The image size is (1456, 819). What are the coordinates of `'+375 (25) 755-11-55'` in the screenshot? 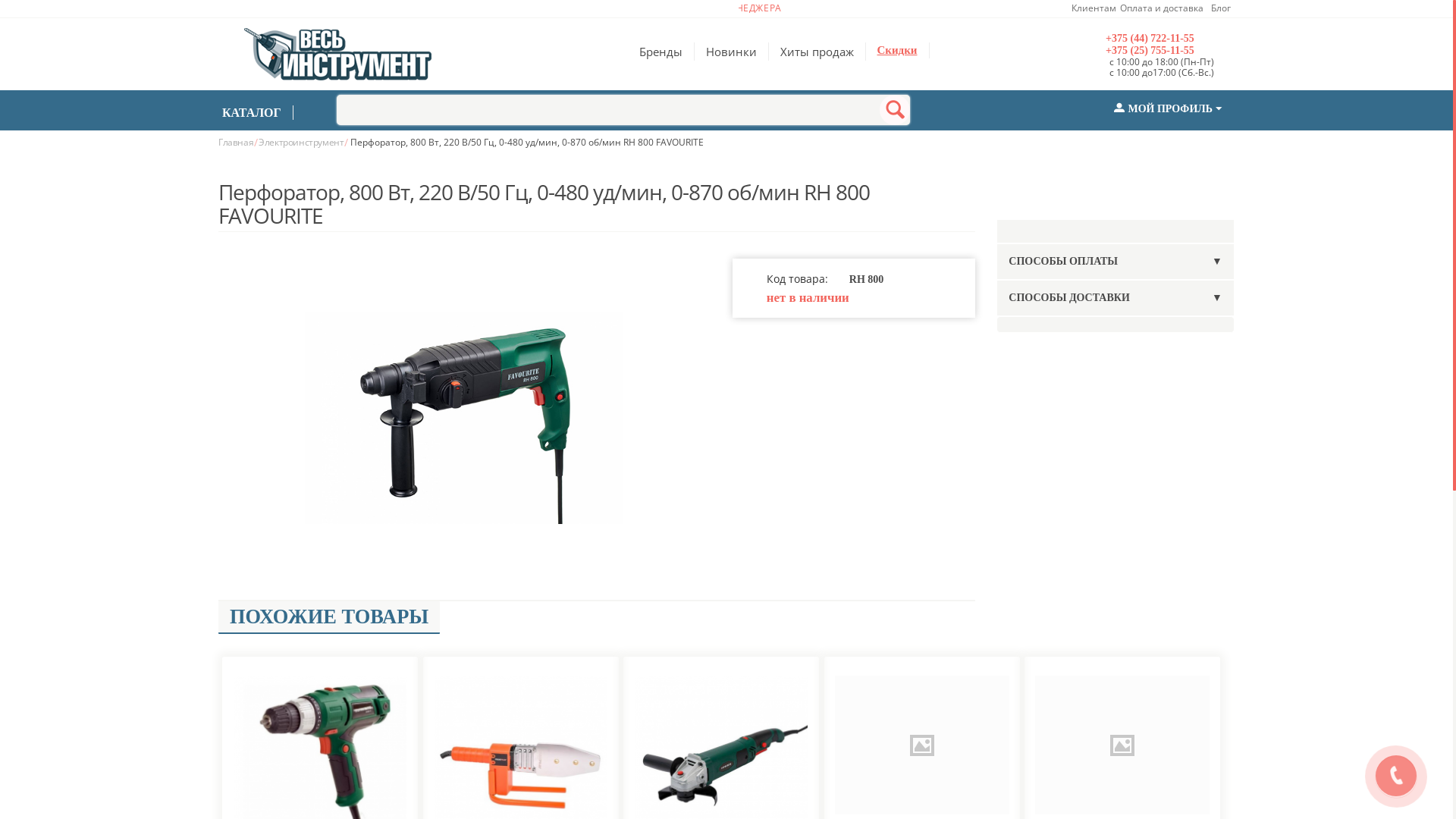 It's located at (1169, 49).